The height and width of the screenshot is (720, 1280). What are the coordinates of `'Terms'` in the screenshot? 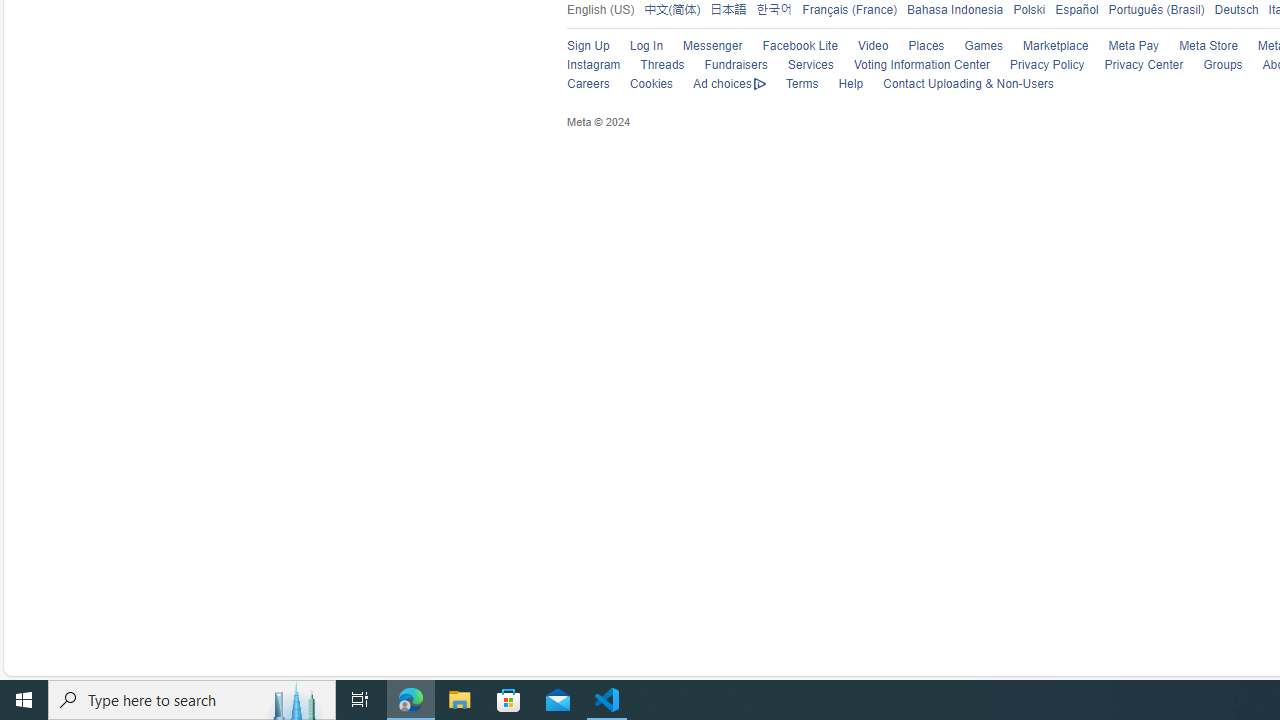 It's located at (791, 83).